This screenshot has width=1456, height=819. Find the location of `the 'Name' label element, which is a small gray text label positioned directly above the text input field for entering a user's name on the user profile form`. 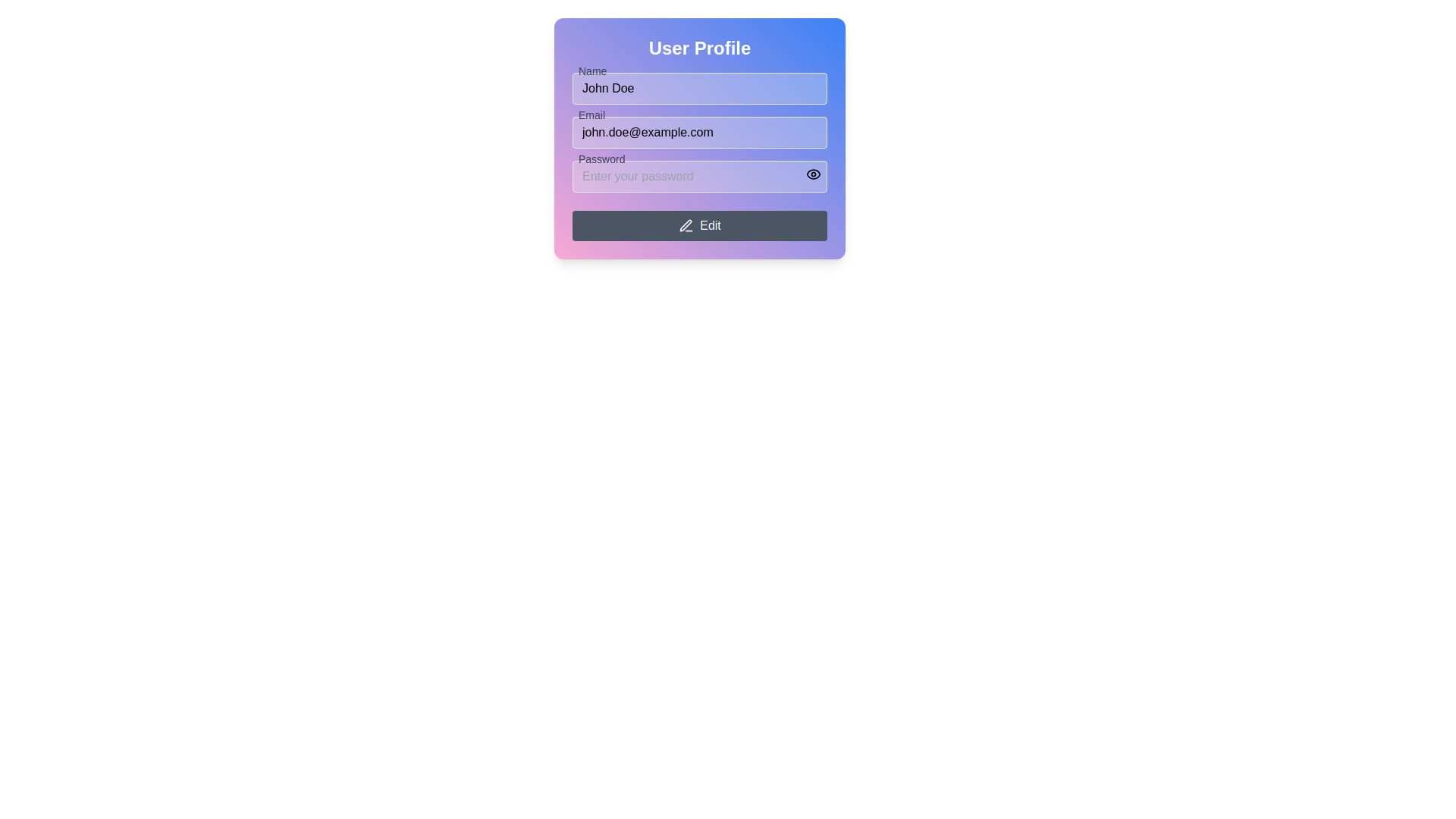

the 'Name' label element, which is a small gray text label positioned directly above the text input field for entering a user's name on the user profile form is located at coordinates (591, 71).